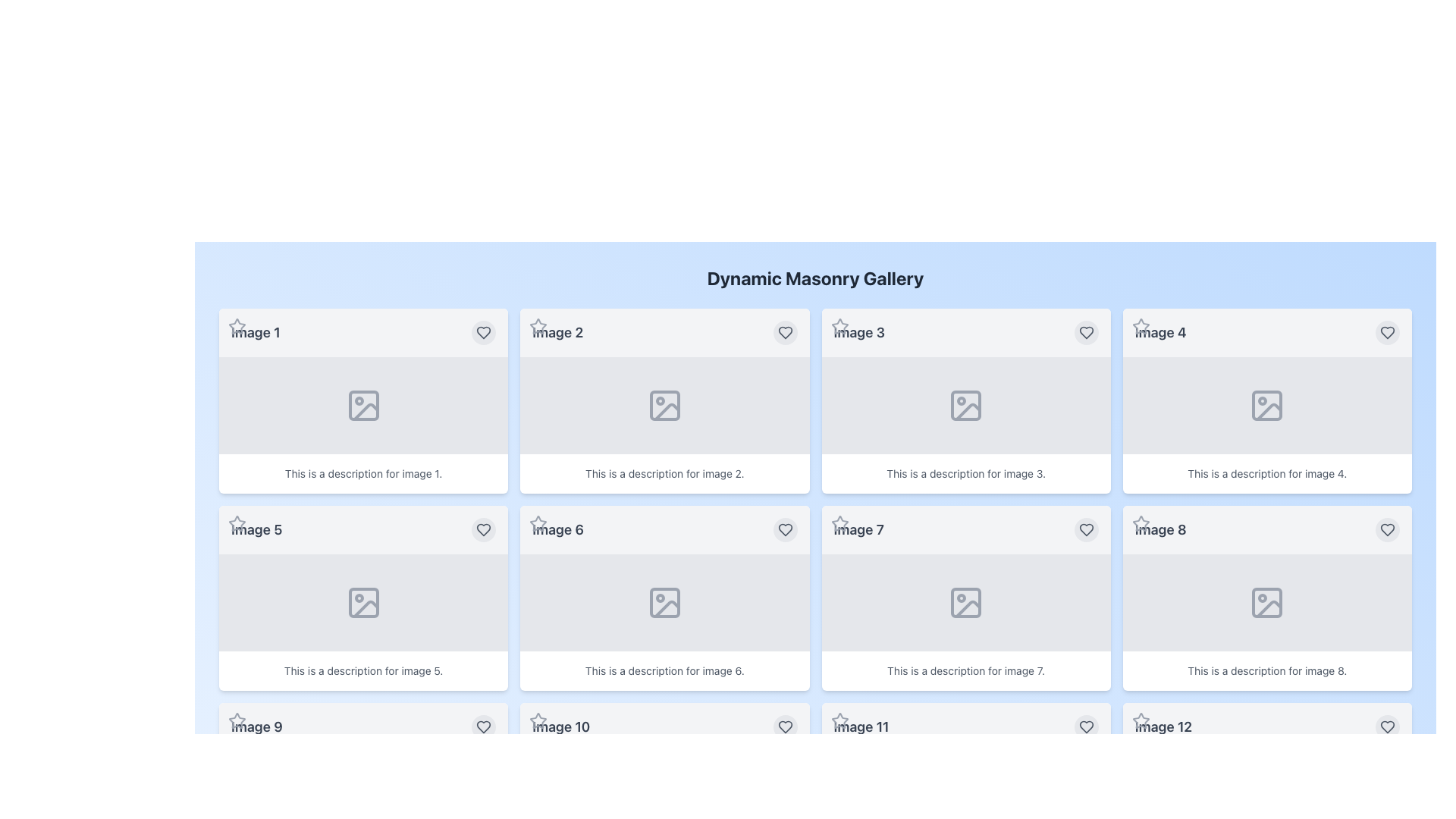 The image size is (1456, 819). I want to click on the Image Placeholder element located in the second card of the grid layout under the heading 'Dynamic Masonry Gallery', positioned centrally between the title 'Image 2' and the description 'This is a description for image 2', so click(664, 405).